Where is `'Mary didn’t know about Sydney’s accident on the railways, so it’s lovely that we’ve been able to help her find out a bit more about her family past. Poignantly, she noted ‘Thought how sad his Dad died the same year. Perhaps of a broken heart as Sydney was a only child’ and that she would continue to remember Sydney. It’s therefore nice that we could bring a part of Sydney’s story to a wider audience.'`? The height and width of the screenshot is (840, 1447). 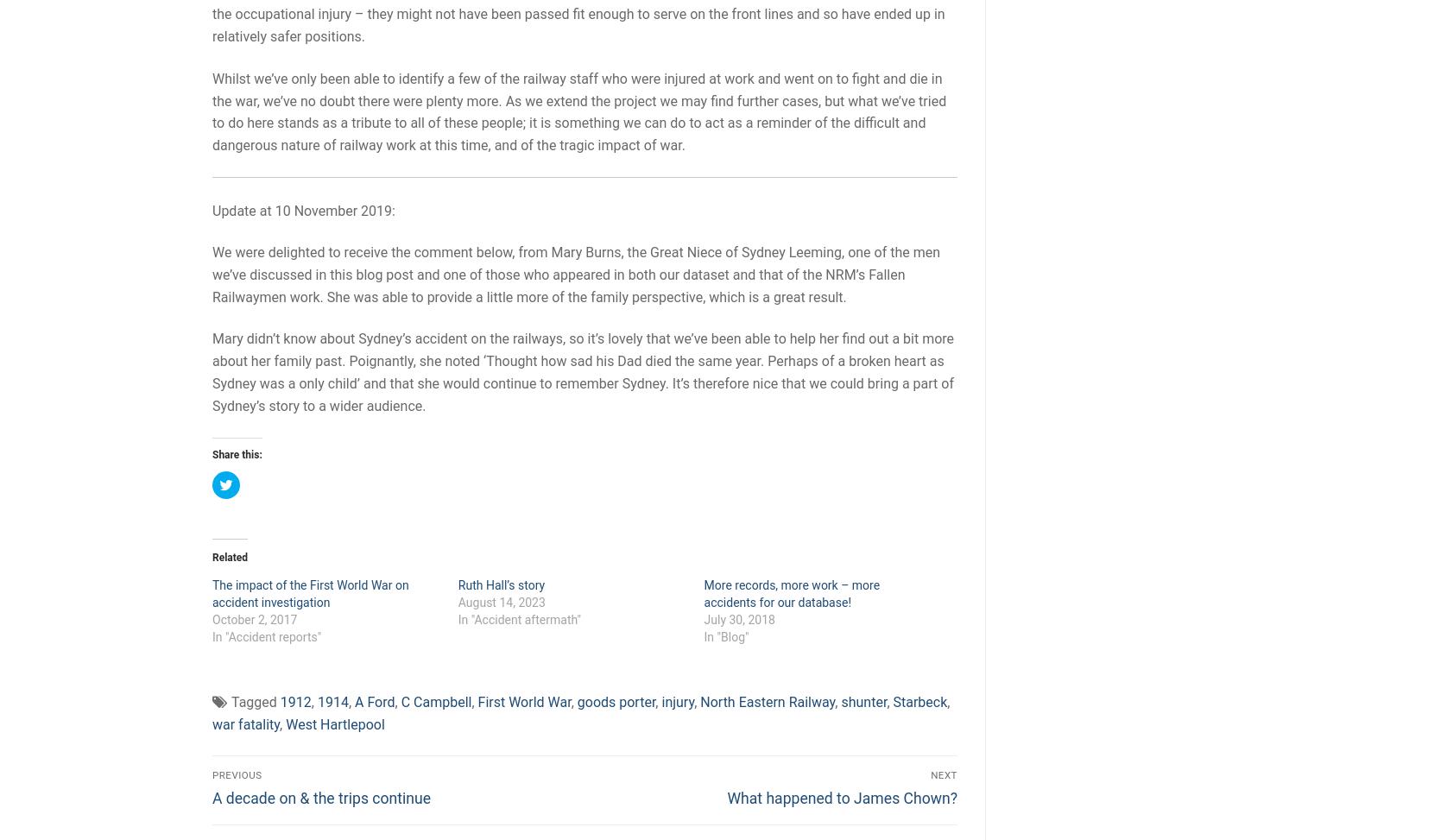 'Mary didn’t know about Sydney’s accident on the railways, so it’s lovely that we’ve been able to help her find out a bit more about her family past. Poignantly, she noted ‘Thought how sad his Dad died the same year. Perhaps of a broken heart as Sydney was a only child’ and that she would continue to remember Sydney. It’s therefore nice that we could bring a part of Sydney’s story to a wider audience.' is located at coordinates (582, 372).